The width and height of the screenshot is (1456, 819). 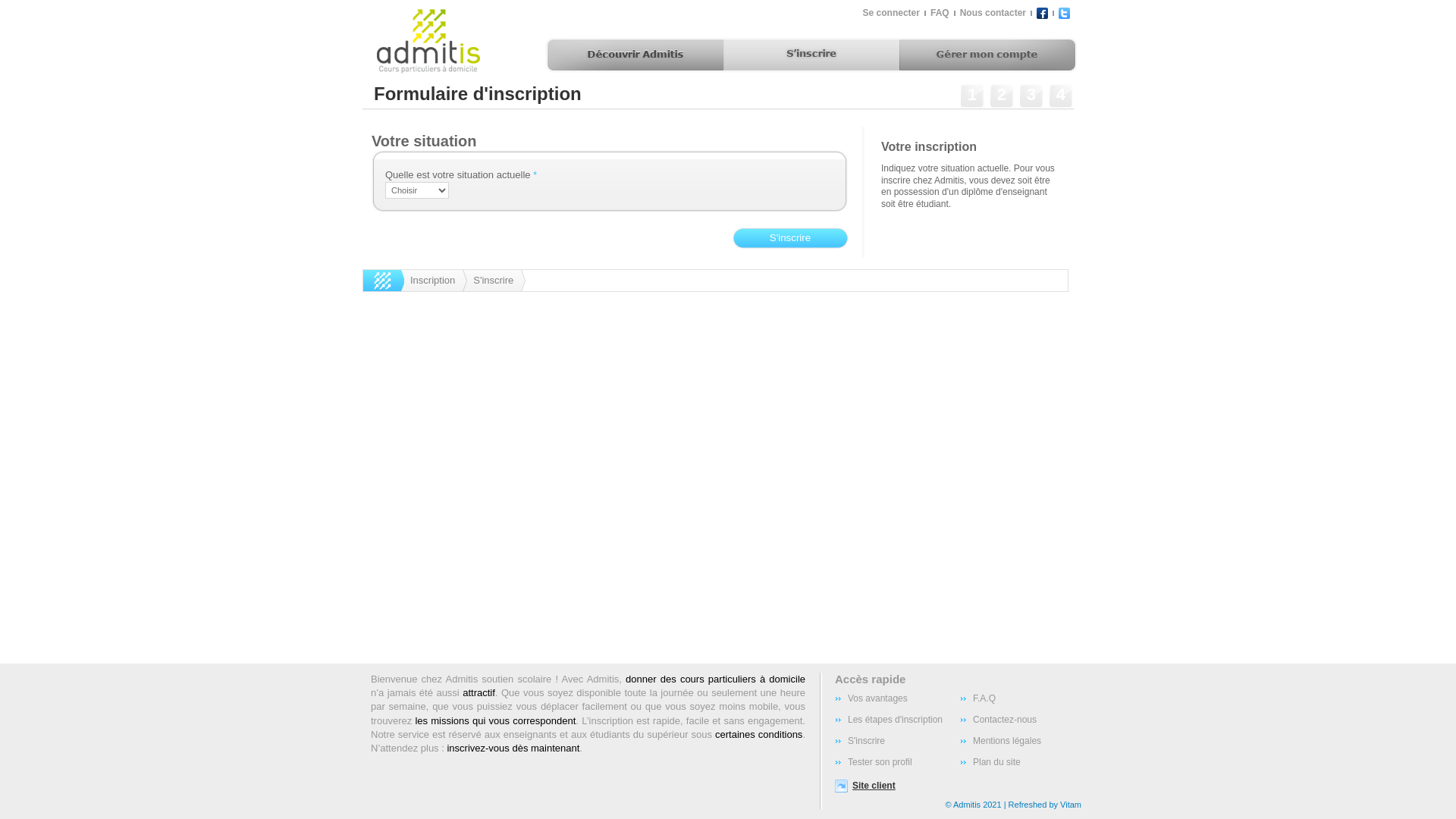 I want to click on '4', so click(x=1047, y=96).